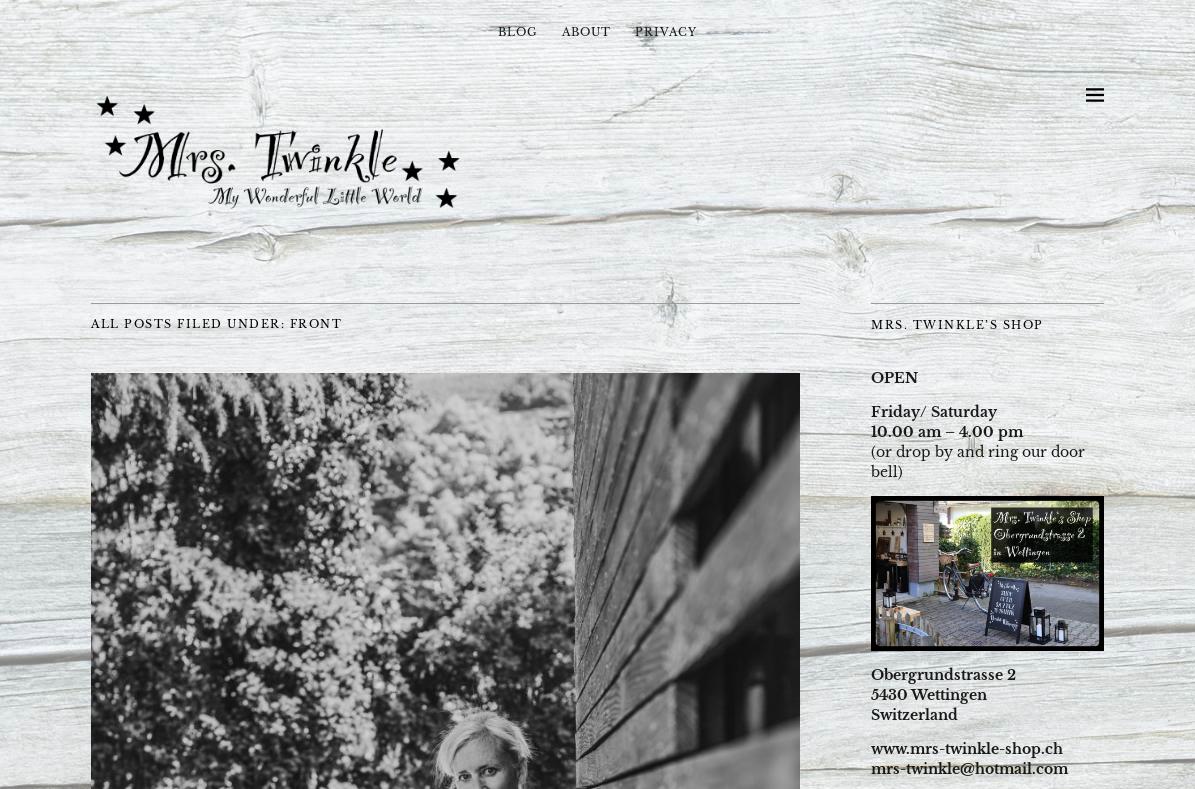 The height and width of the screenshot is (789, 1195). I want to click on 'www.mrs-twinkle-shop.ch', so click(870, 748).